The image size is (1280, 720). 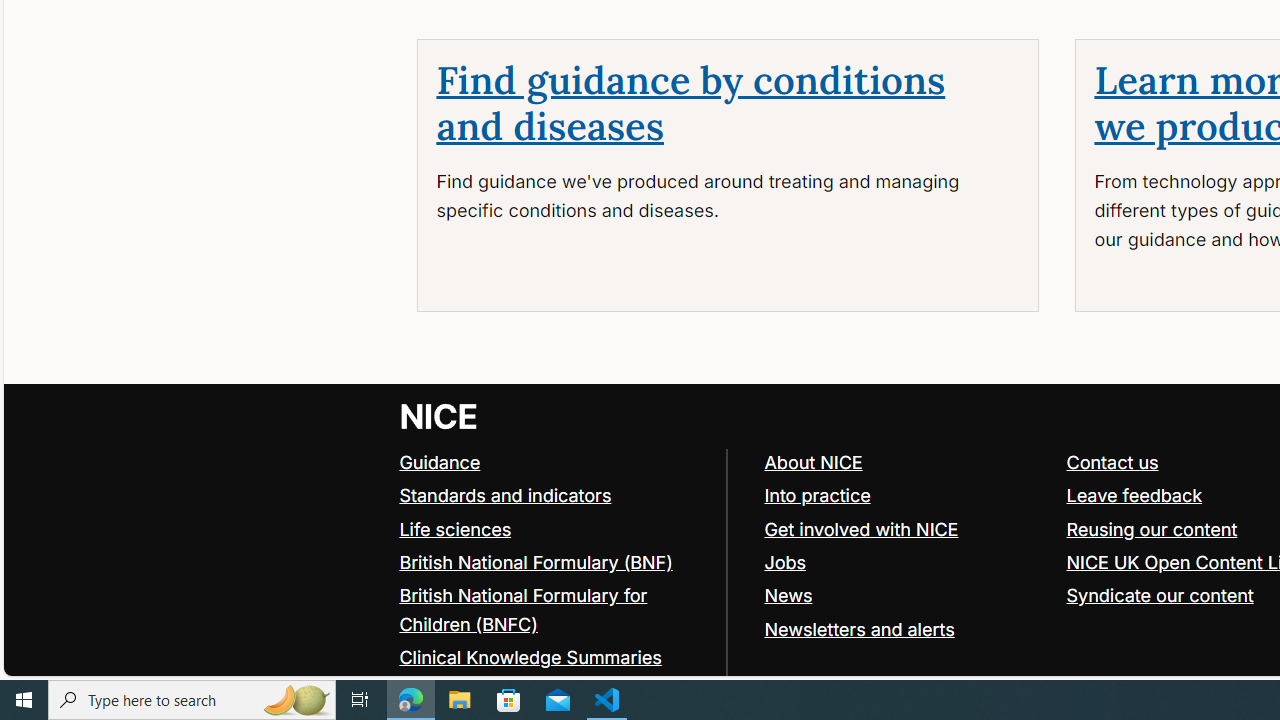 What do you see at coordinates (787, 594) in the screenshot?
I see `'News'` at bounding box center [787, 594].